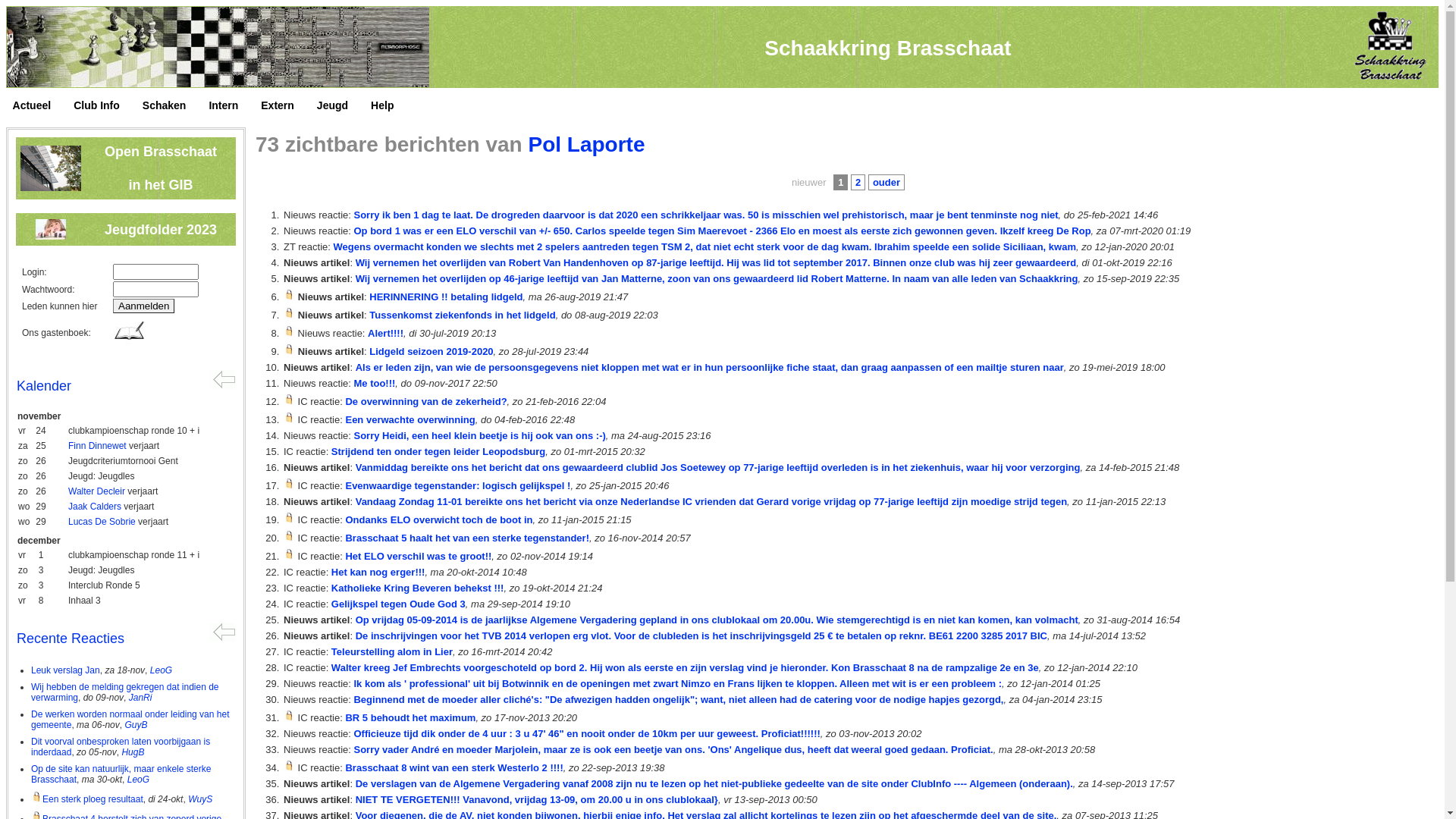  Describe the element at coordinates (140, 698) in the screenshot. I see `'JanRi'` at that location.